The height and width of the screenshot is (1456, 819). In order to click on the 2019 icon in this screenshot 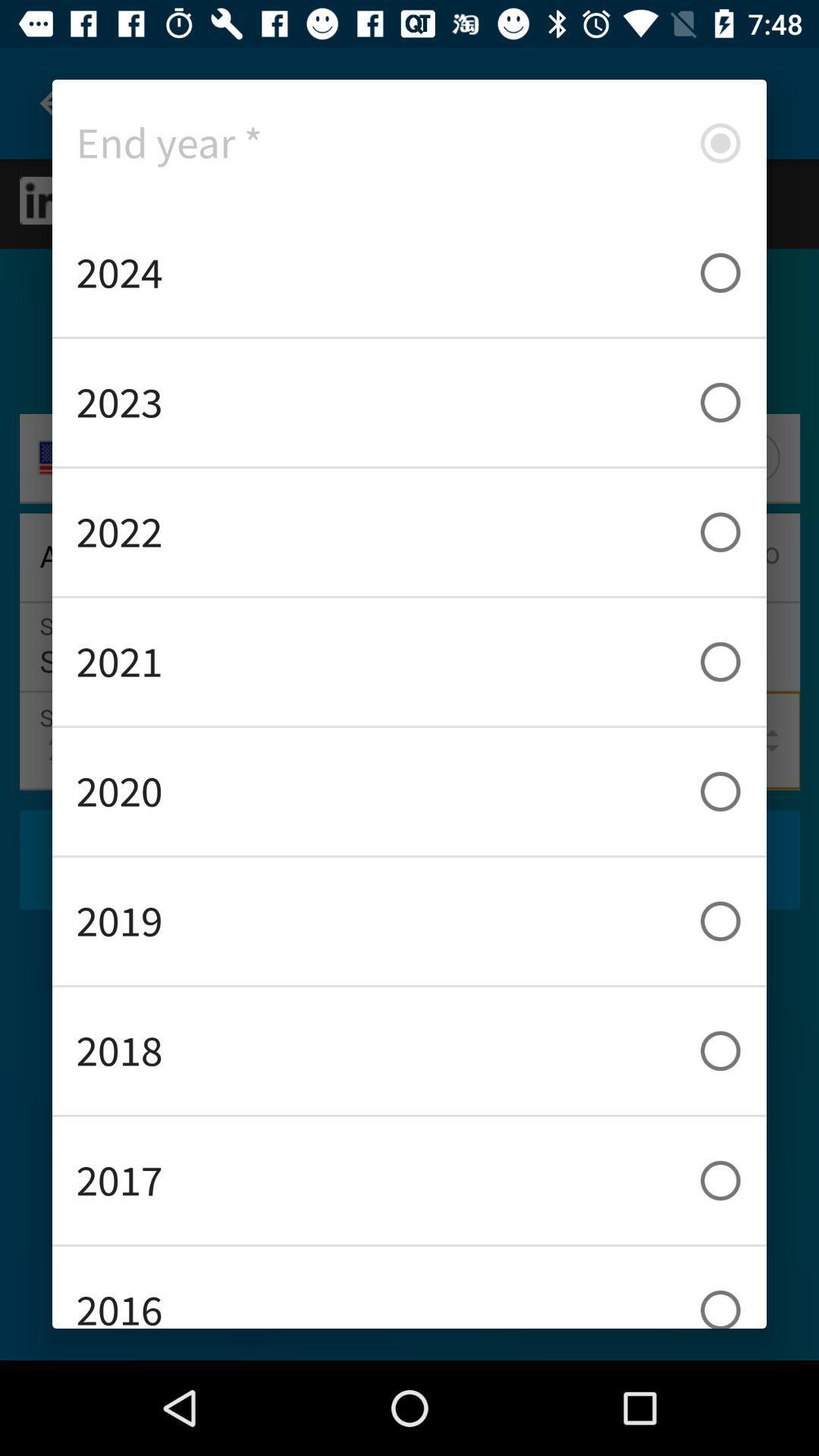, I will do `click(409, 920)`.